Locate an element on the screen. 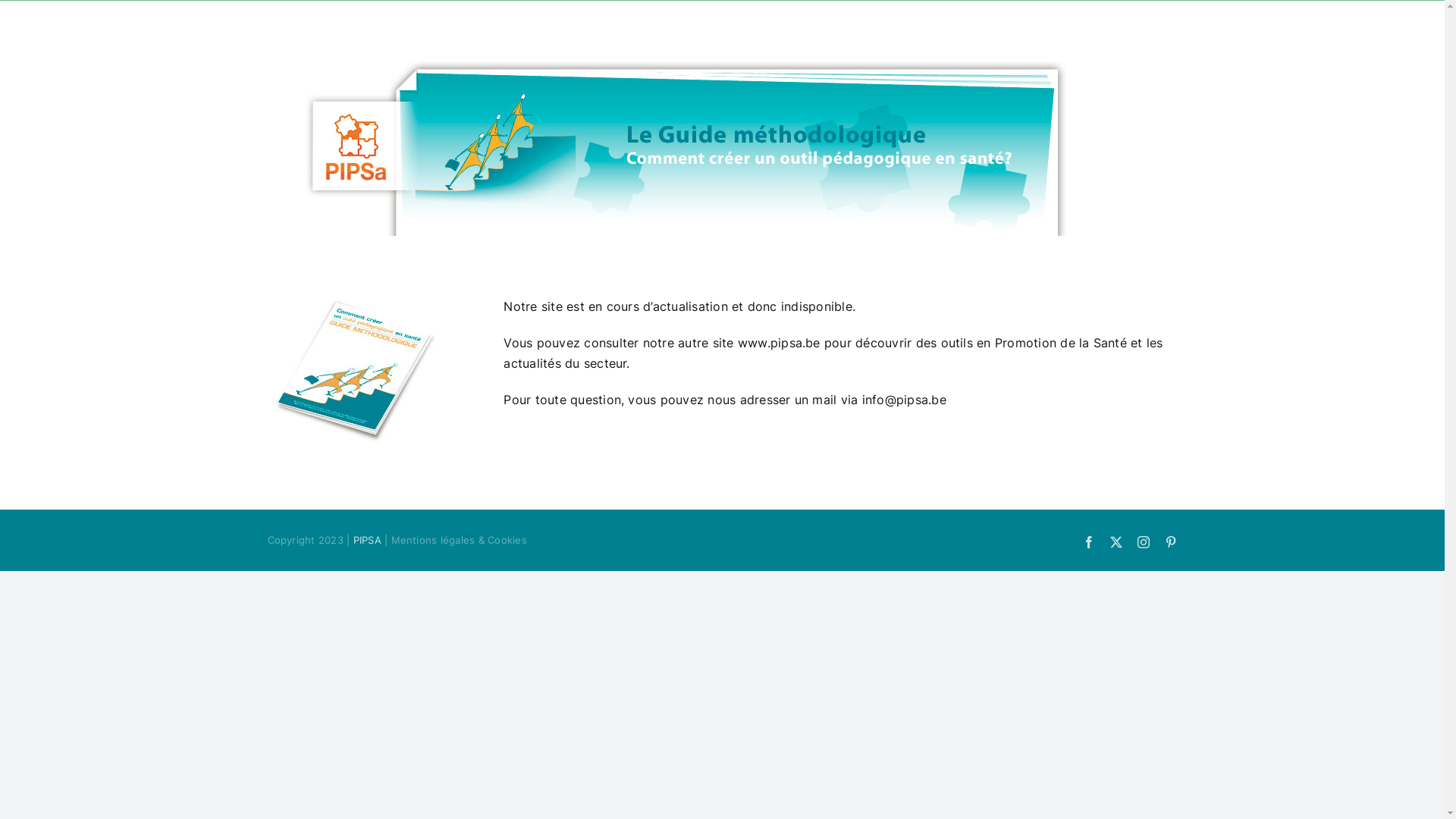 The width and height of the screenshot is (1456, 819). 'www.pipsa.be' is located at coordinates (779, 342).